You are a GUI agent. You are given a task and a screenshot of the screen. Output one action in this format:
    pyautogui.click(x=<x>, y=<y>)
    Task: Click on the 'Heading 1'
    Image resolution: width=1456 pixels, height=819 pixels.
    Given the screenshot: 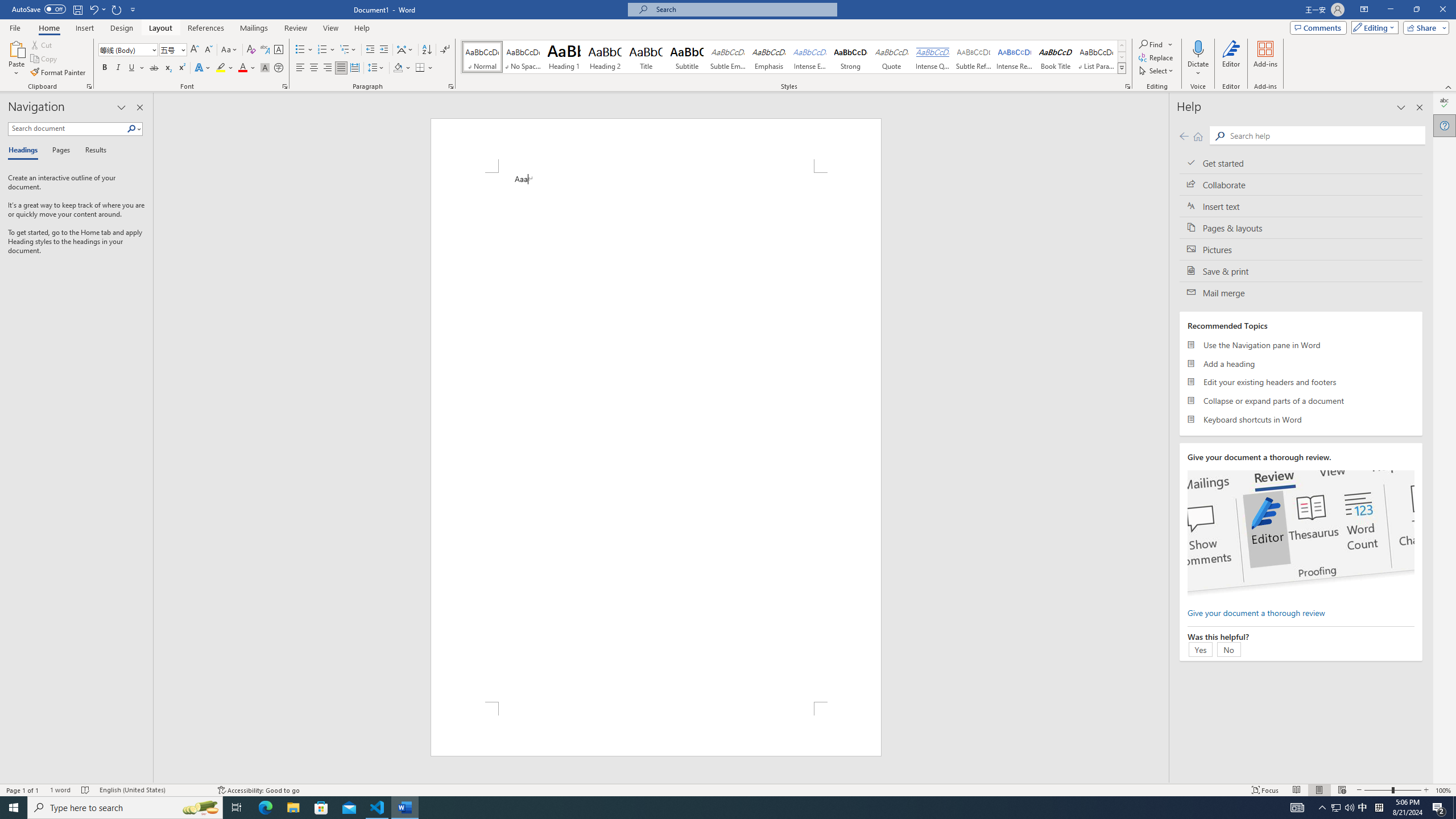 What is the action you would take?
    pyautogui.click(x=564, y=56)
    